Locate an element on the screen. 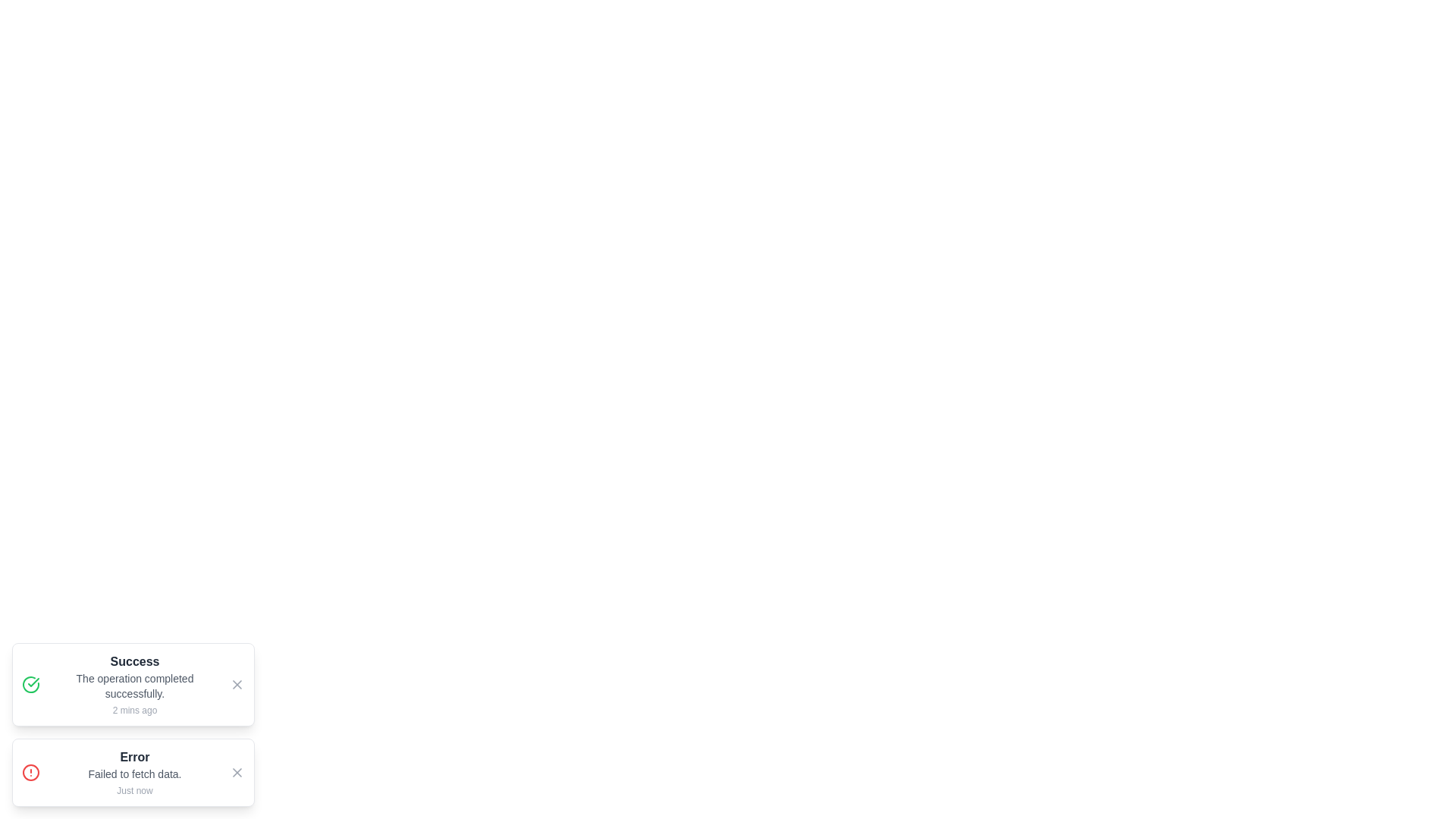 The height and width of the screenshot is (819, 1456). the close button represented by an 'X' icon in the top-right corner of the success notification is located at coordinates (236, 684).